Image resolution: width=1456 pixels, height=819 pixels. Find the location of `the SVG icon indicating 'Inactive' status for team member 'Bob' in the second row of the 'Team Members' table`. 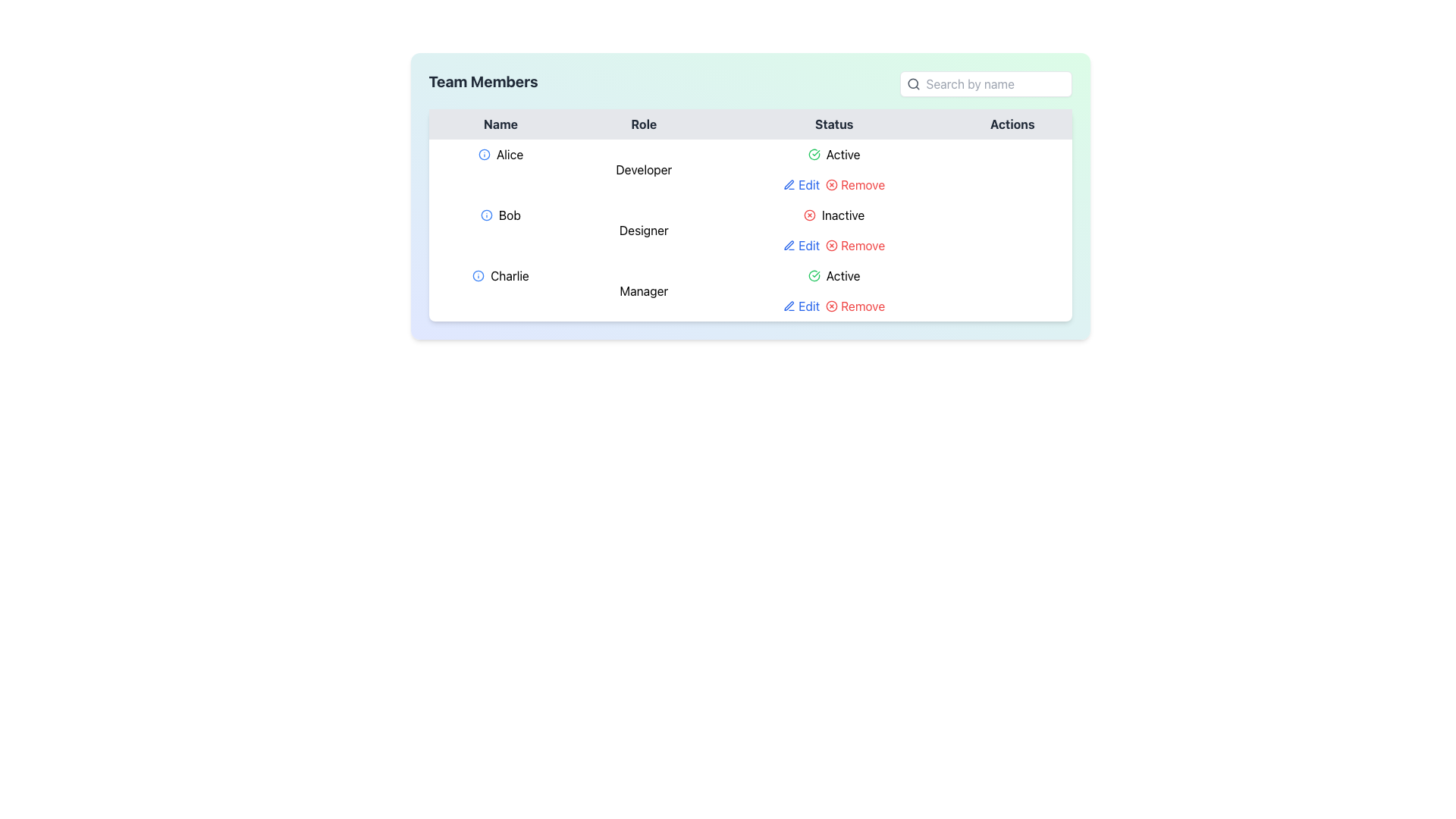

the SVG icon indicating 'Inactive' status for team member 'Bob' in the second row of the 'Team Members' table is located at coordinates (809, 215).